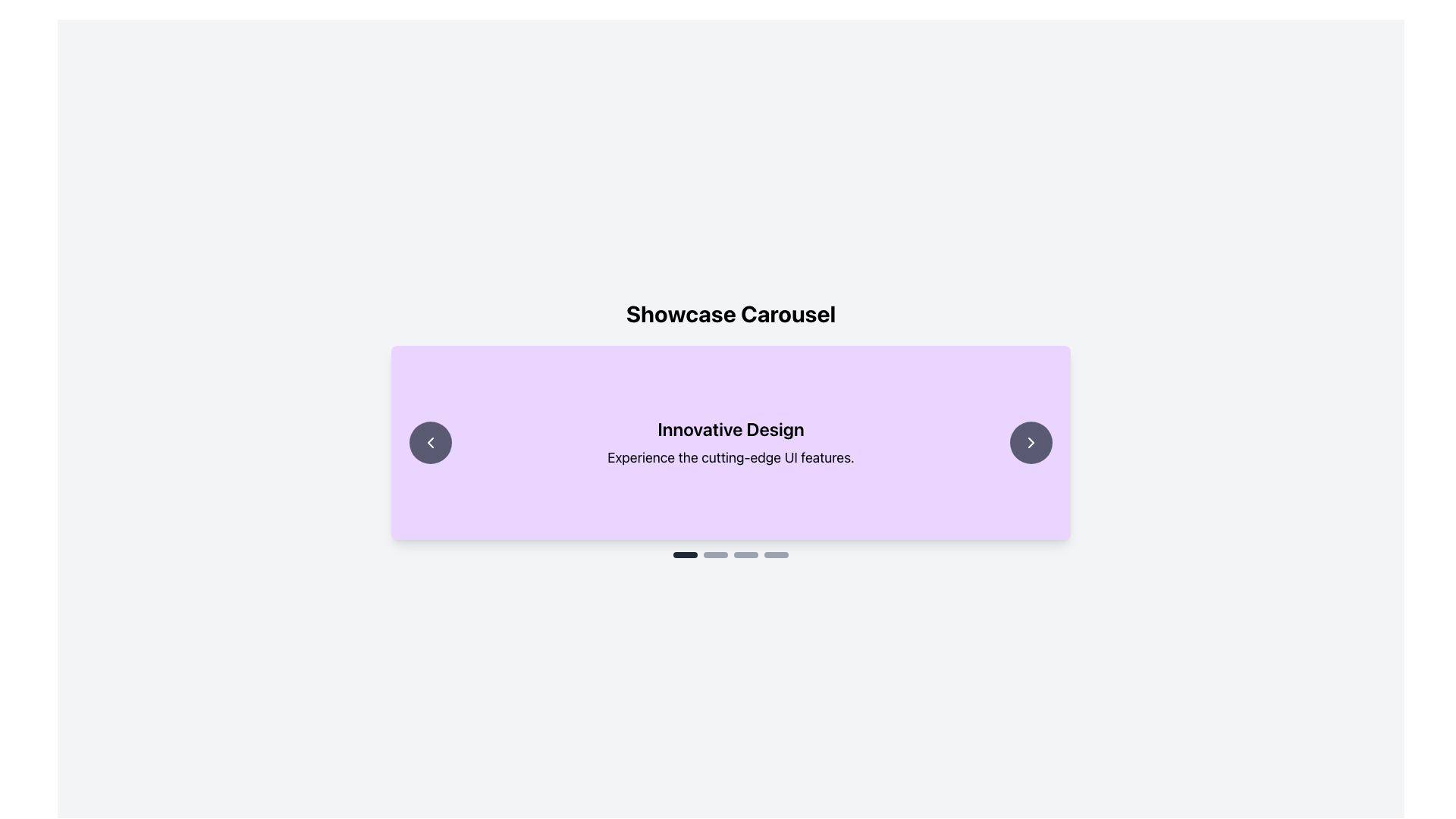 The height and width of the screenshot is (819, 1456). Describe the element at coordinates (715, 555) in the screenshot. I see `the second carousel indicator located below the 'Innovative Design' content` at that location.